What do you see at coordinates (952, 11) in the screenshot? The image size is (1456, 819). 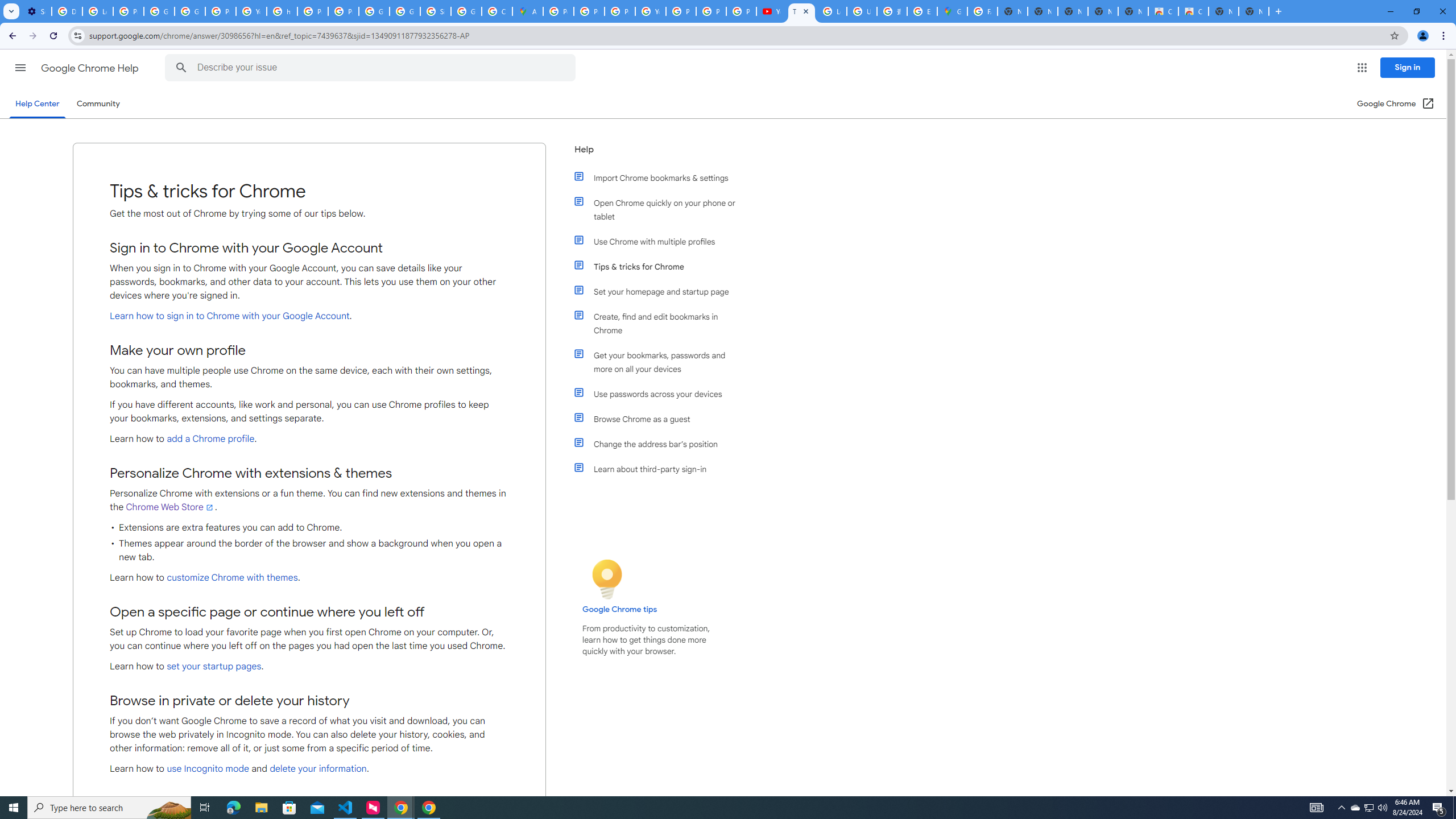 I see `'Google Maps'` at bounding box center [952, 11].